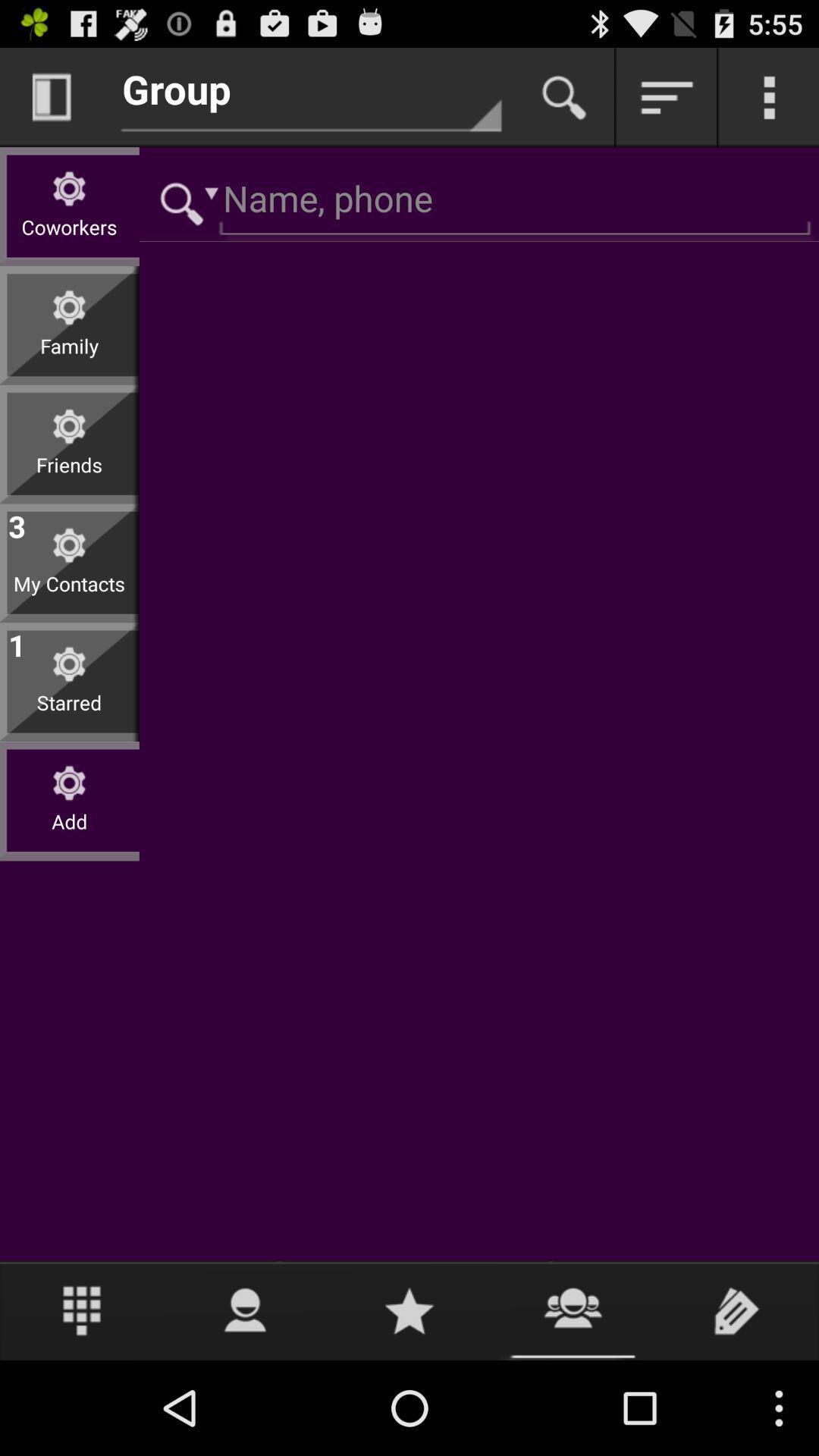 The height and width of the screenshot is (1456, 819). I want to click on to favorites, so click(409, 1310).